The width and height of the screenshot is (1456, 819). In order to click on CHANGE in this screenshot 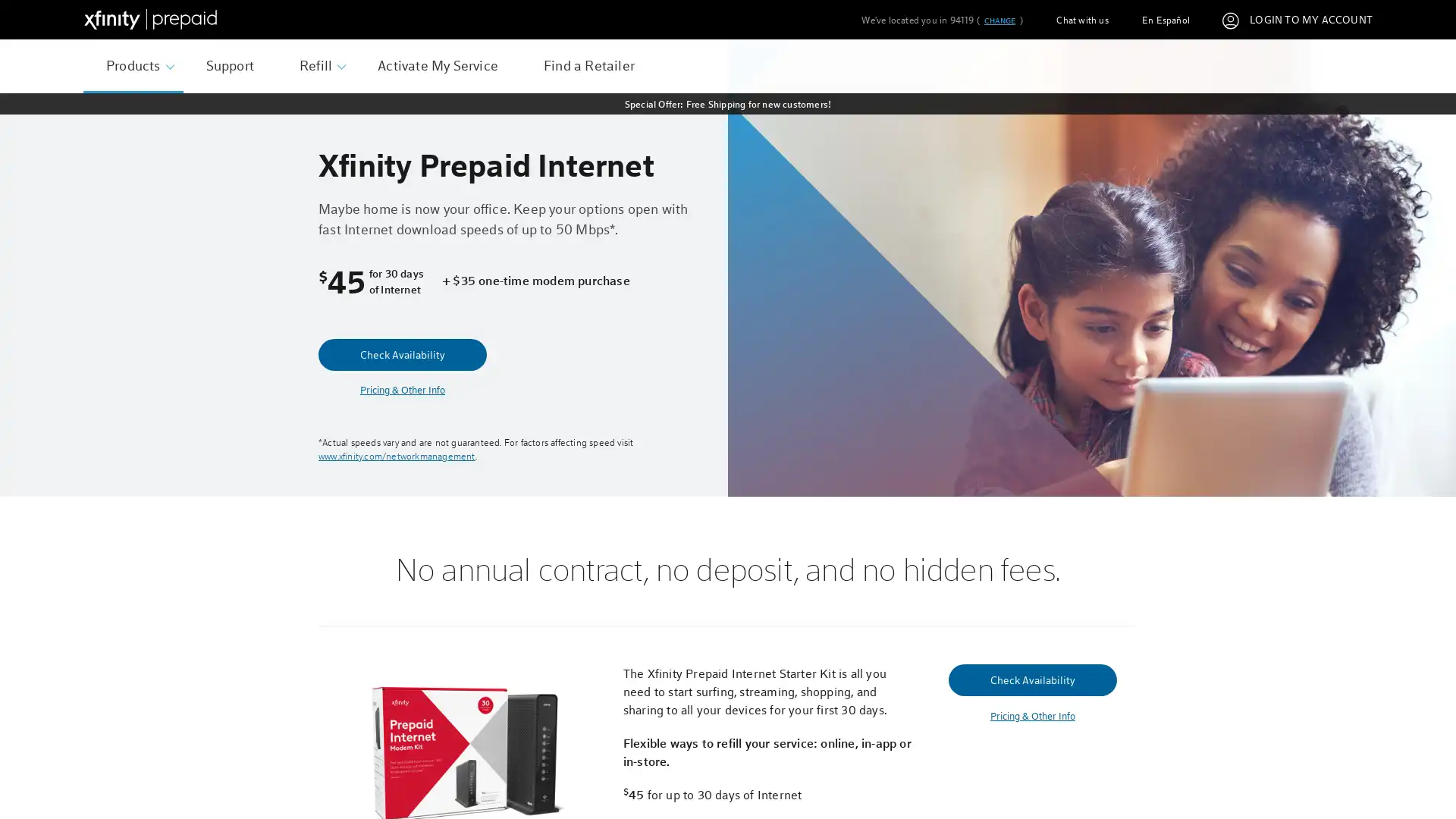, I will do `click(999, 20)`.